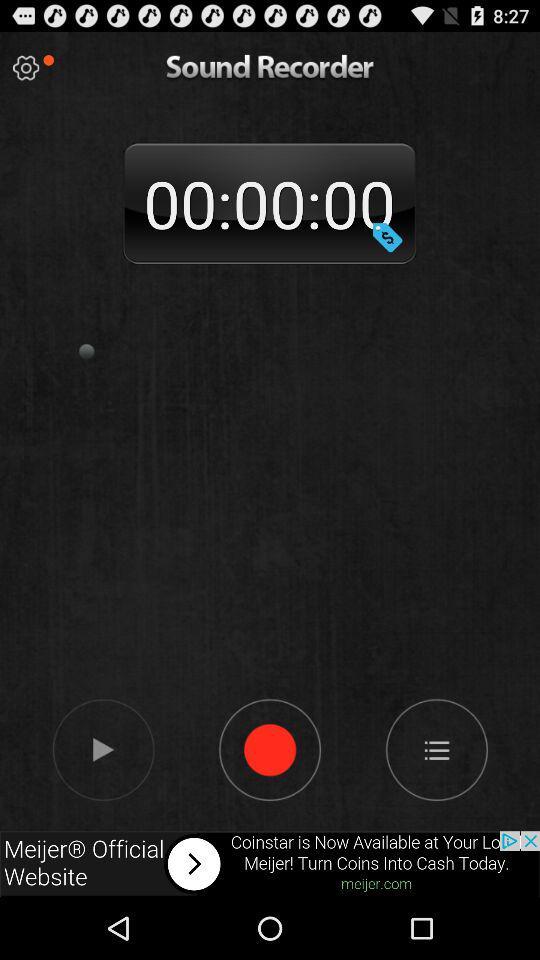 This screenshot has height=960, width=540. What do you see at coordinates (25, 68) in the screenshot?
I see `play` at bounding box center [25, 68].